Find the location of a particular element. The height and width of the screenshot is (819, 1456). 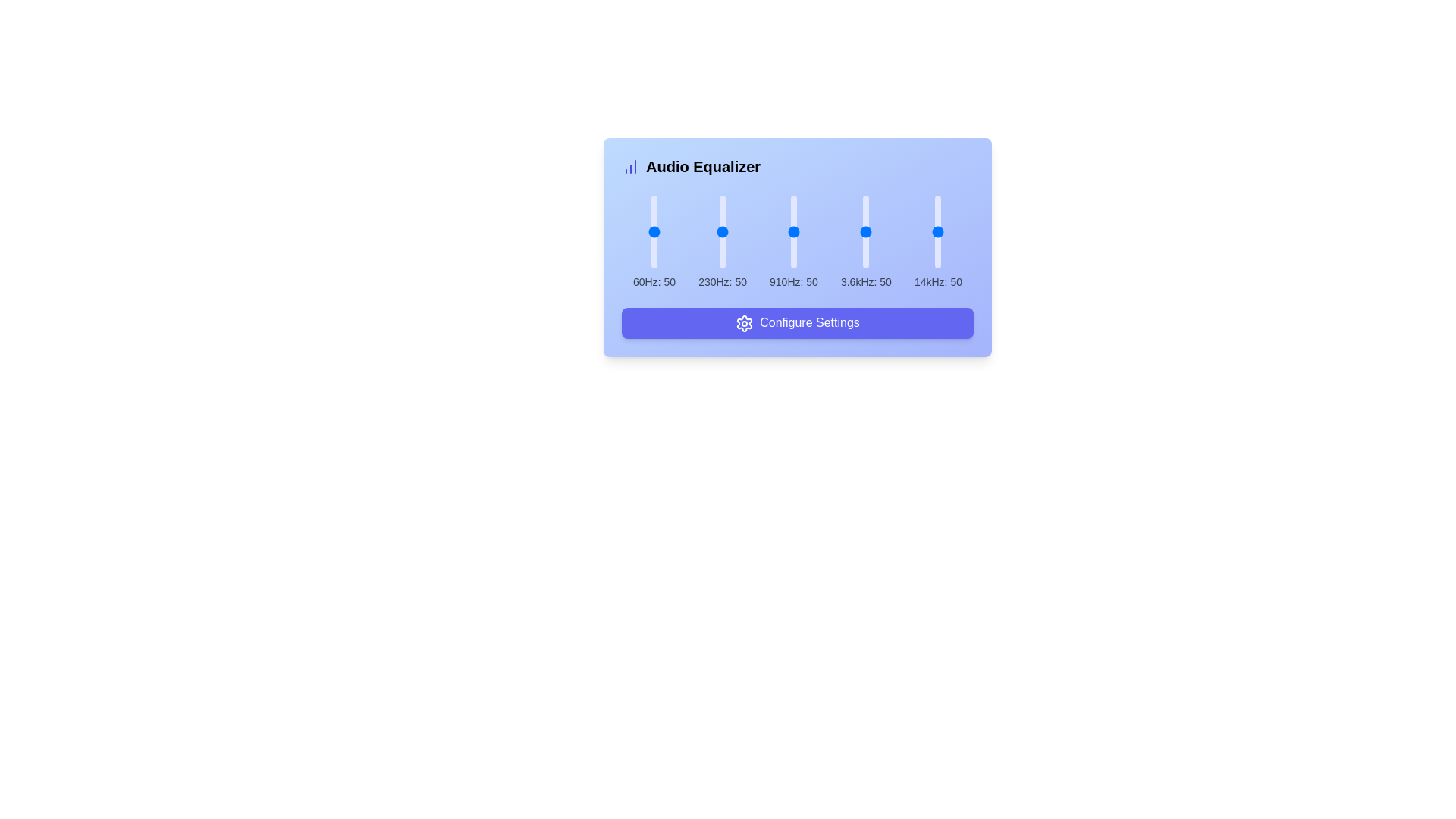

the 910Hz slider is located at coordinates (792, 263).